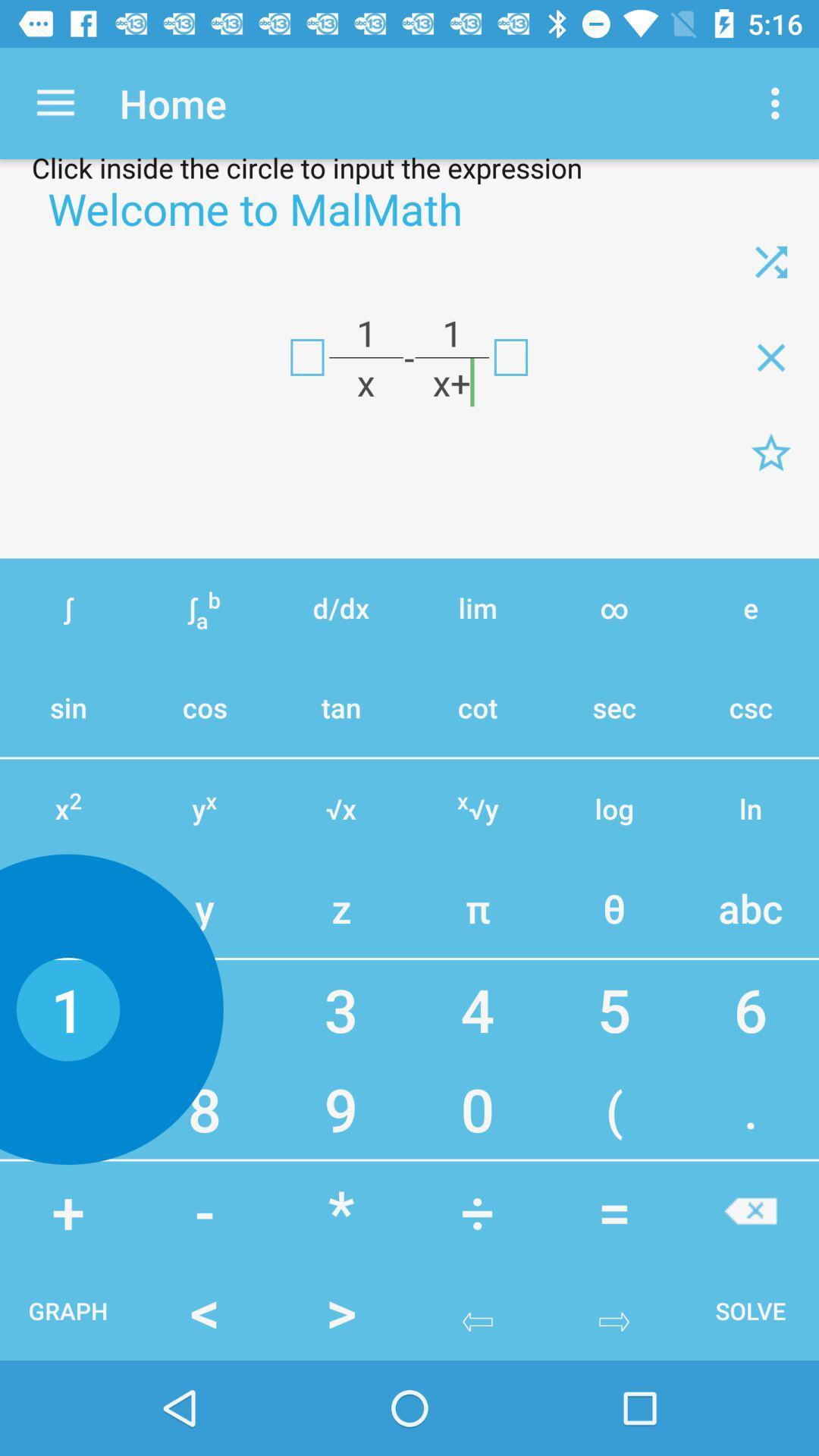 The height and width of the screenshot is (1456, 819). I want to click on menu button, so click(771, 452).